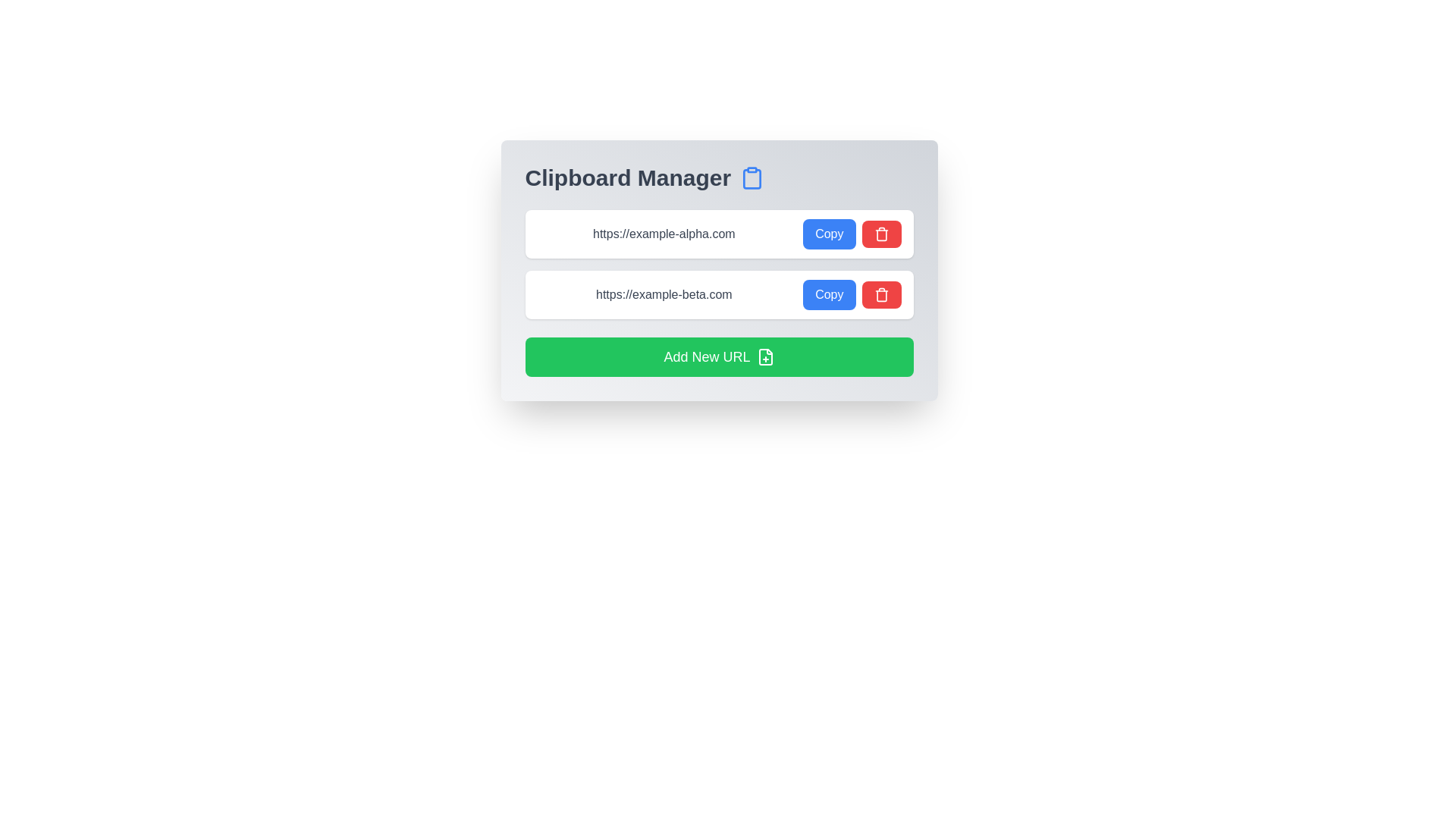 This screenshot has height=819, width=1456. I want to click on the text label displaying the URL 'https://example-beta.com' located in the second row of the clipboard manager interface, to the left of the 'Copy' and delete buttons, so click(664, 295).